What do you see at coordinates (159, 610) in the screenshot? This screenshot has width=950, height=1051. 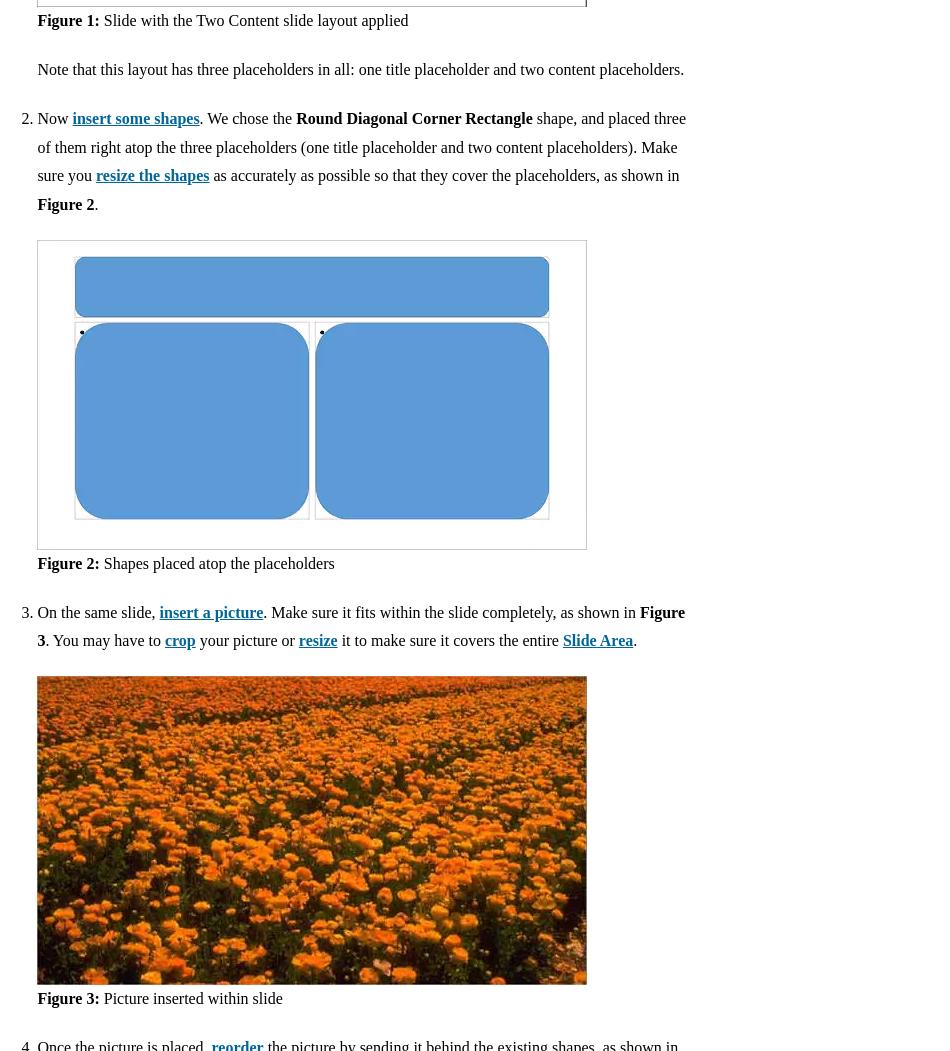 I see `'insert a picture'` at bounding box center [159, 610].